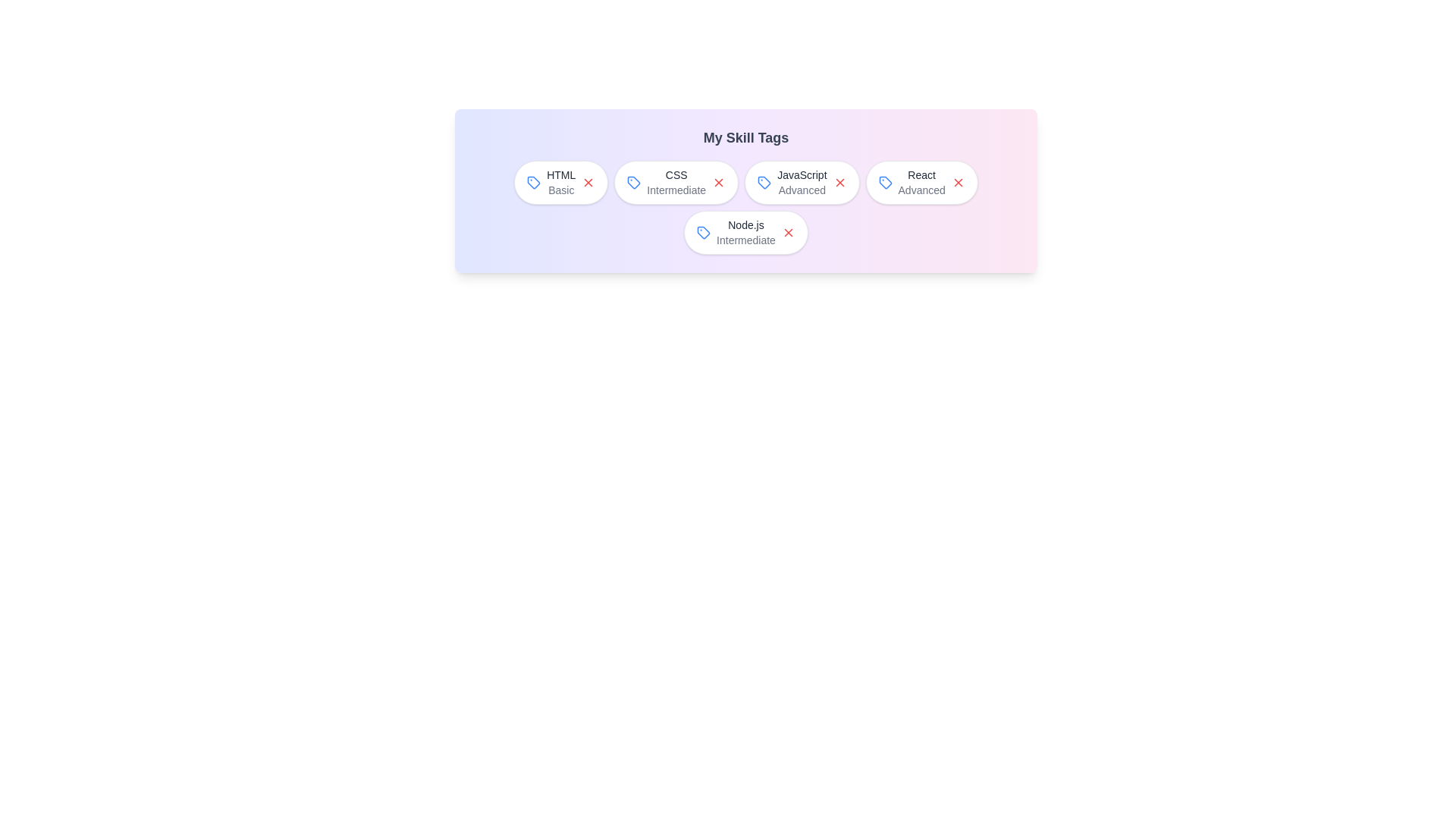 This screenshot has width=1456, height=819. I want to click on the skill label CSS to select it, so click(676, 181).